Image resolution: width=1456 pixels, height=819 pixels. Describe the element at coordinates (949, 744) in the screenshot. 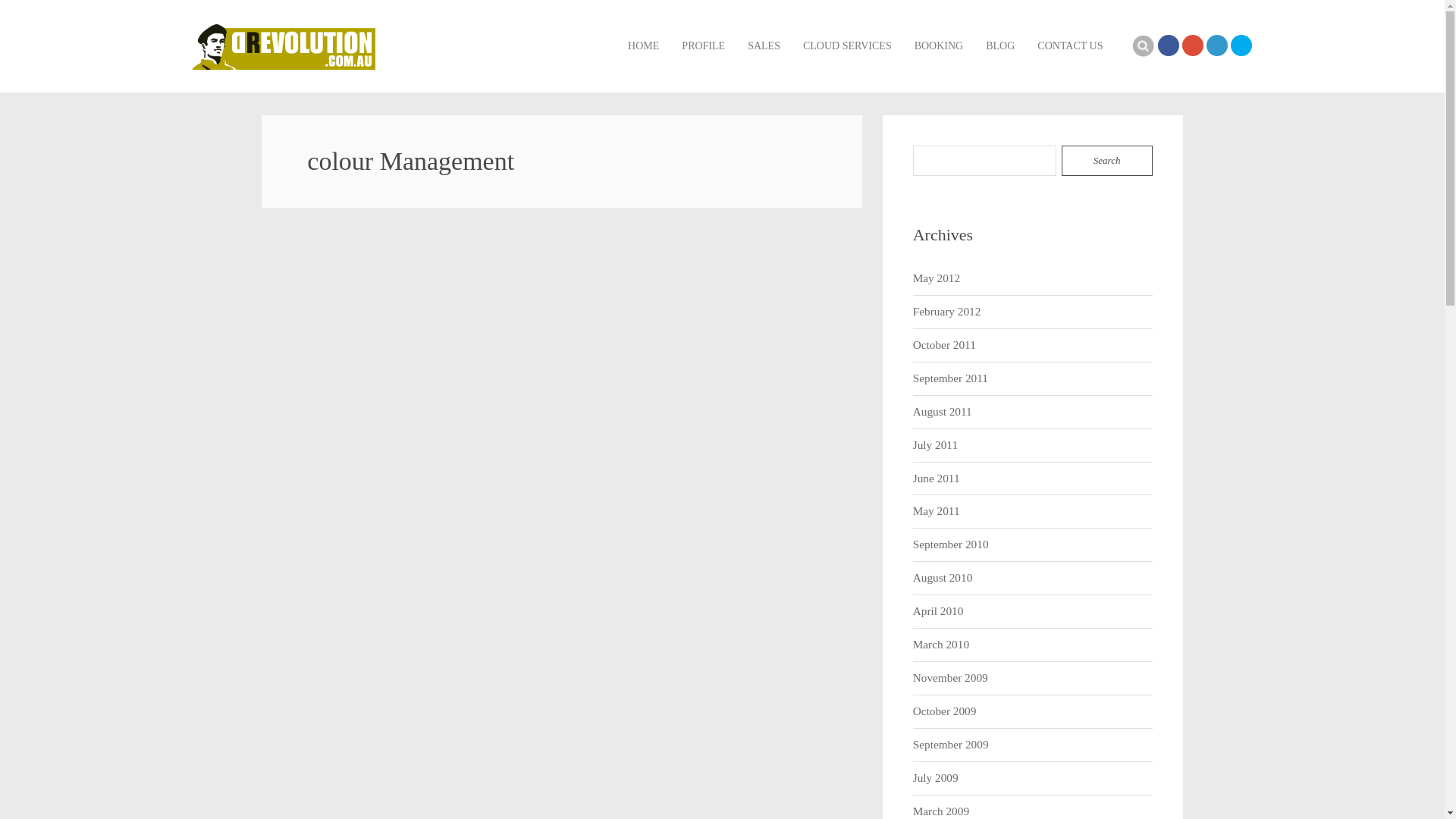

I see `'September 2009'` at that location.